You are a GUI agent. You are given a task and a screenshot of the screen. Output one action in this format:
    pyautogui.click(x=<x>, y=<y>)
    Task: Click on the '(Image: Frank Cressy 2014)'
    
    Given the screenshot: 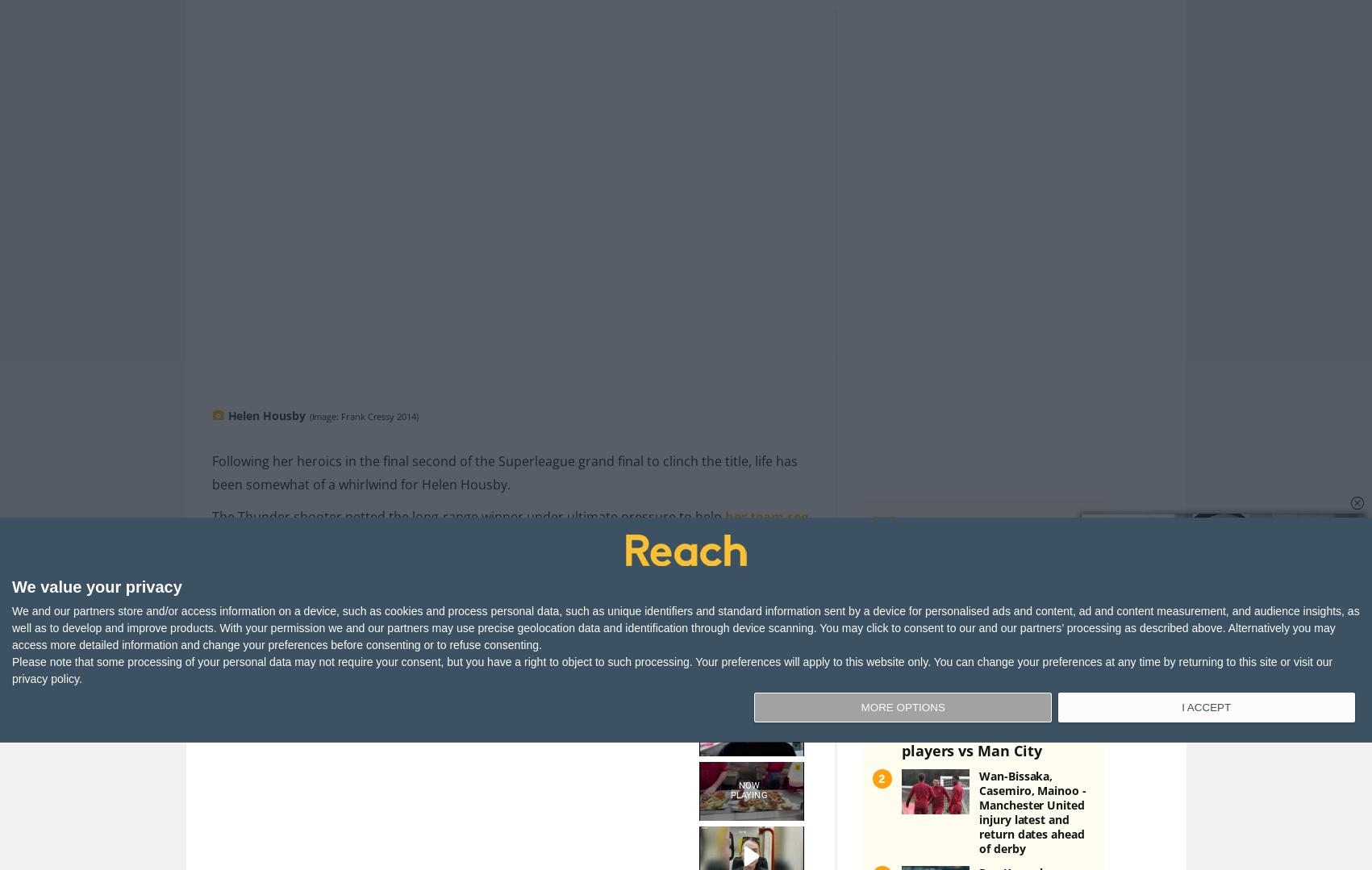 What is the action you would take?
    pyautogui.click(x=361, y=389)
    